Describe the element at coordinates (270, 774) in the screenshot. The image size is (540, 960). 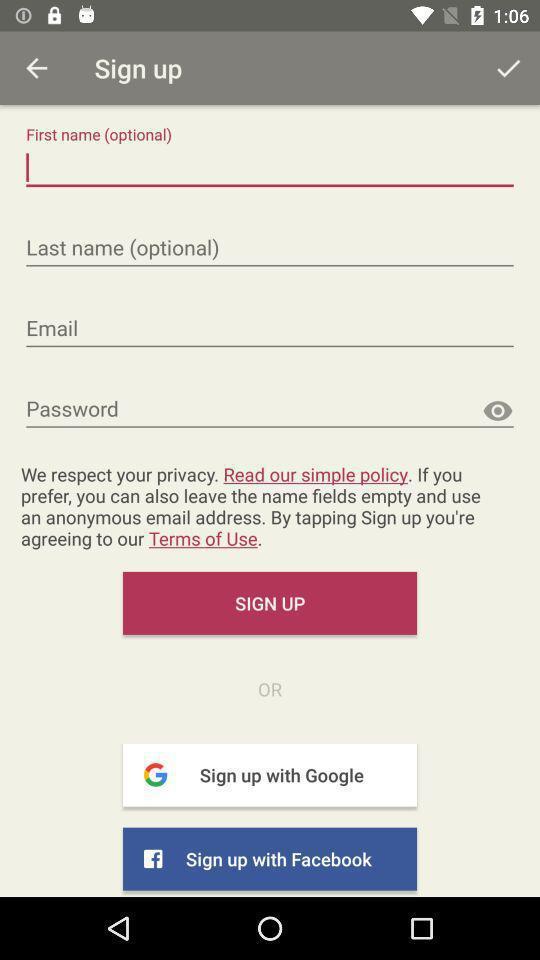
I see `sign up with google which is bottom second` at that location.